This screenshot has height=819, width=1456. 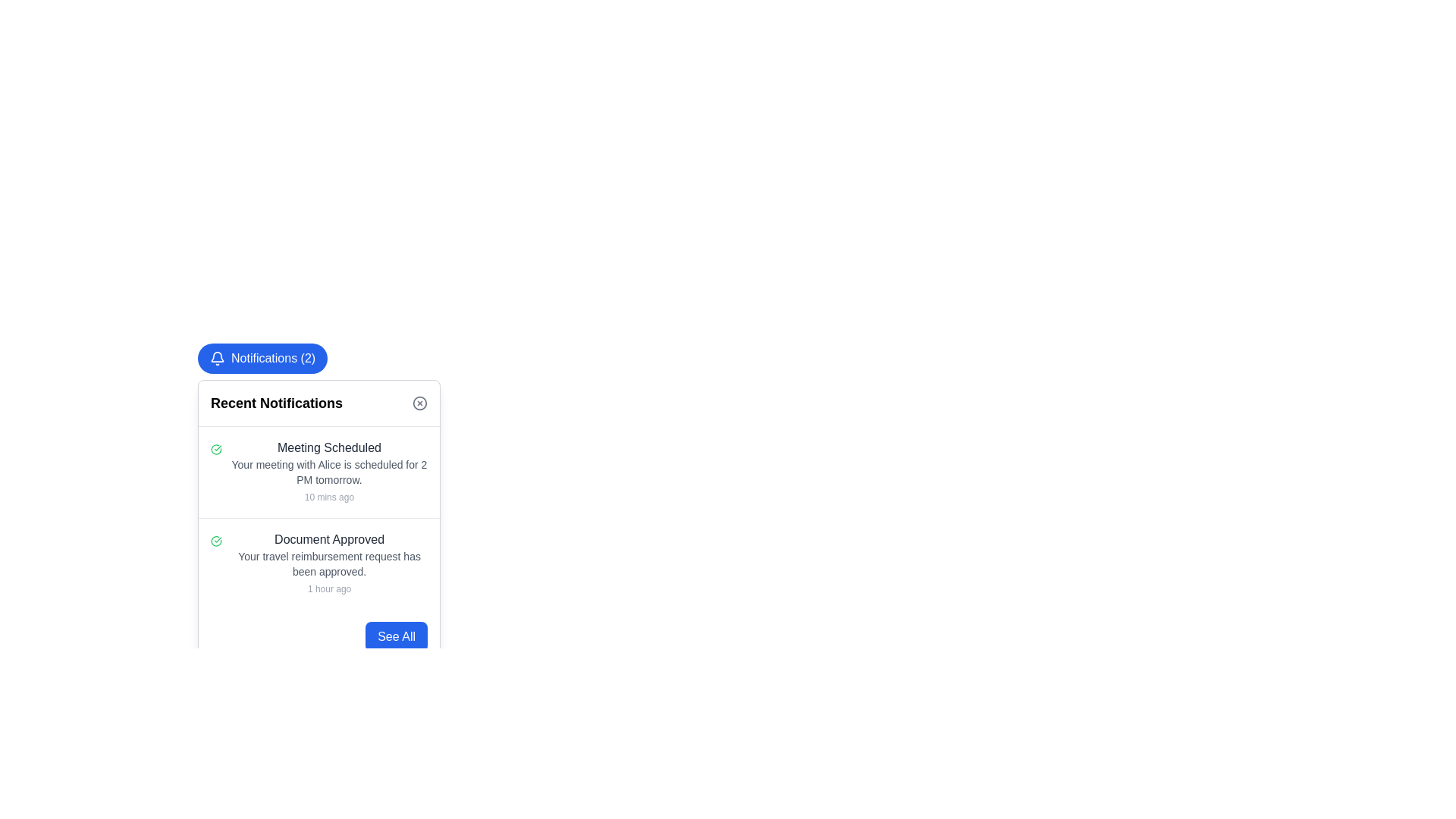 I want to click on the Notification card that informs about the upcoming meeting with Alice scheduled for 2 PM tomorrow, located at the top of the 'Recent Notifications' section in the notification panel, so click(x=318, y=472).